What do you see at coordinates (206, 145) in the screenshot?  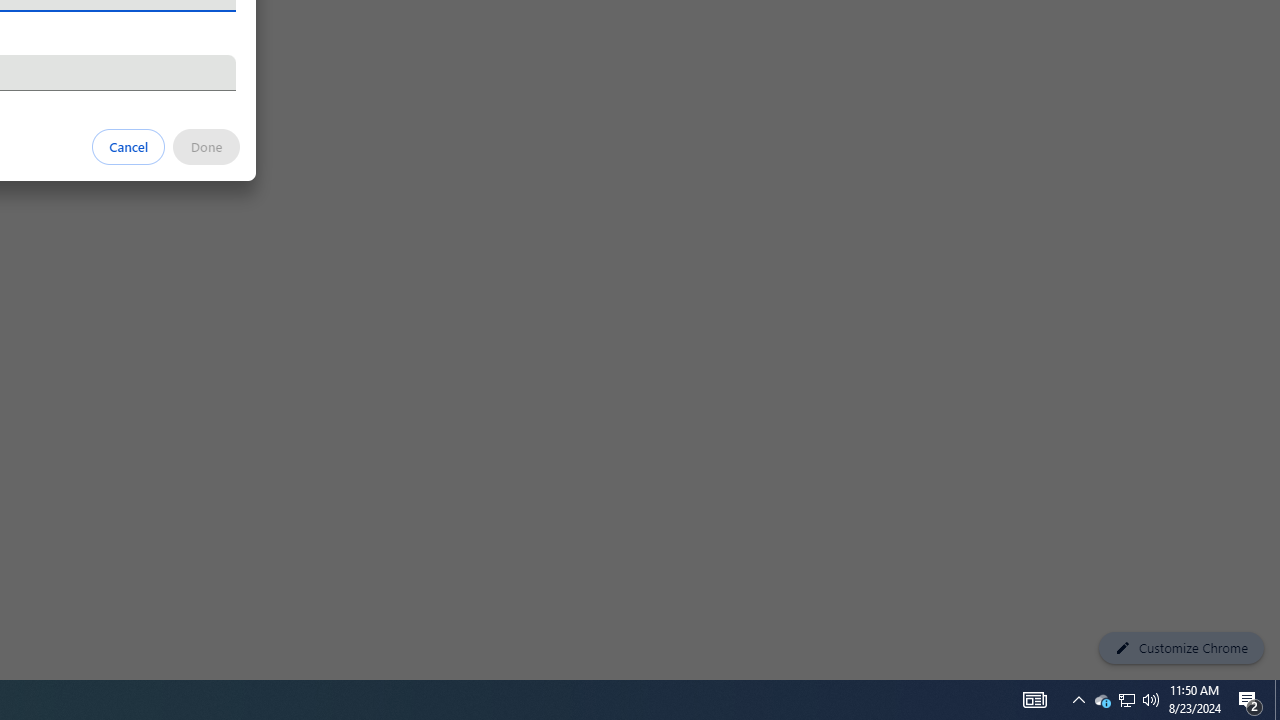 I see `'Done'` at bounding box center [206, 145].